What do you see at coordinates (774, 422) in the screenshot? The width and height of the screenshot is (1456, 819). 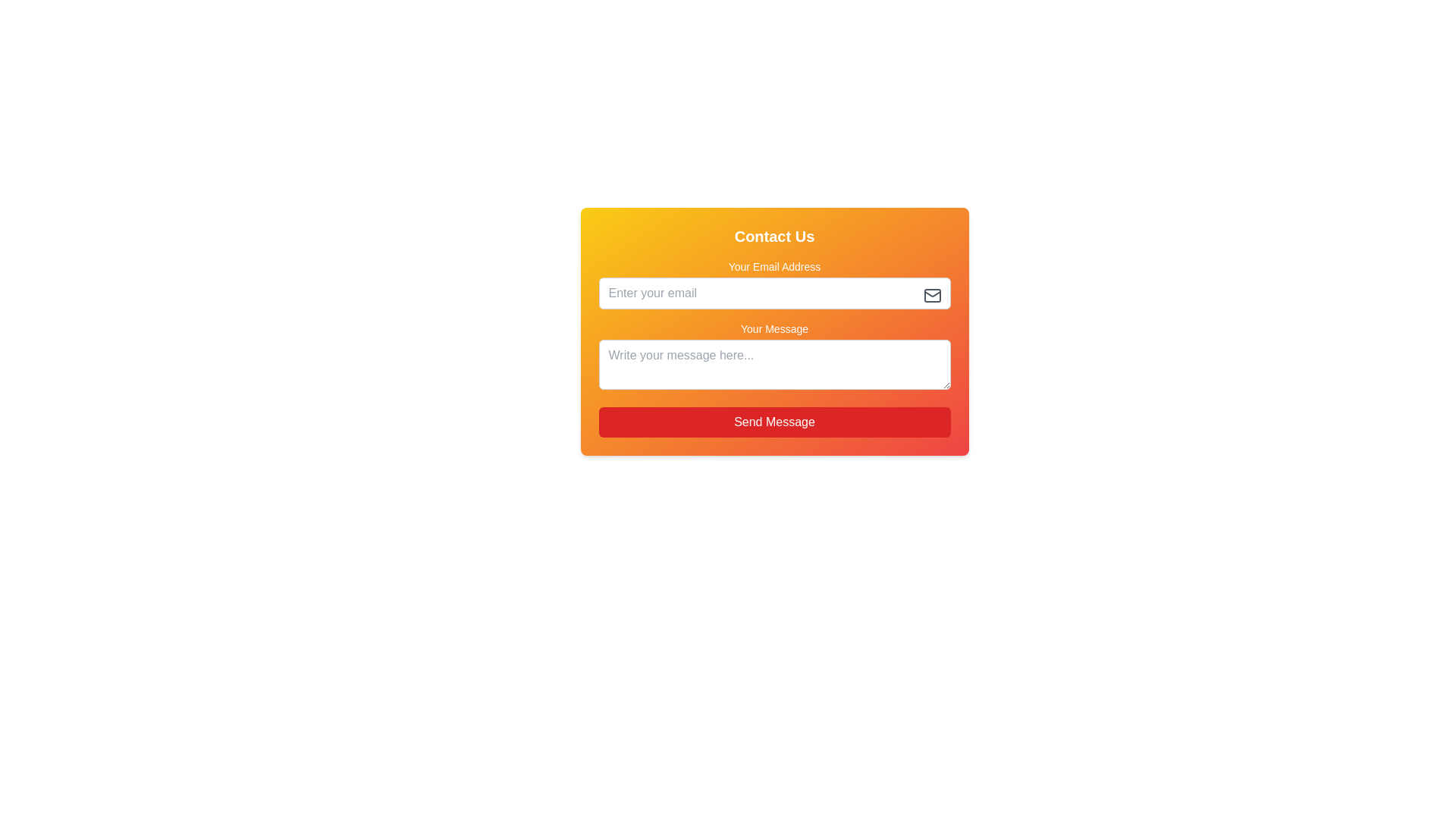 I see `the submit button located at the bottom section of the 'Contact Us' card to change its appearance` at bounding box center [774, 422].